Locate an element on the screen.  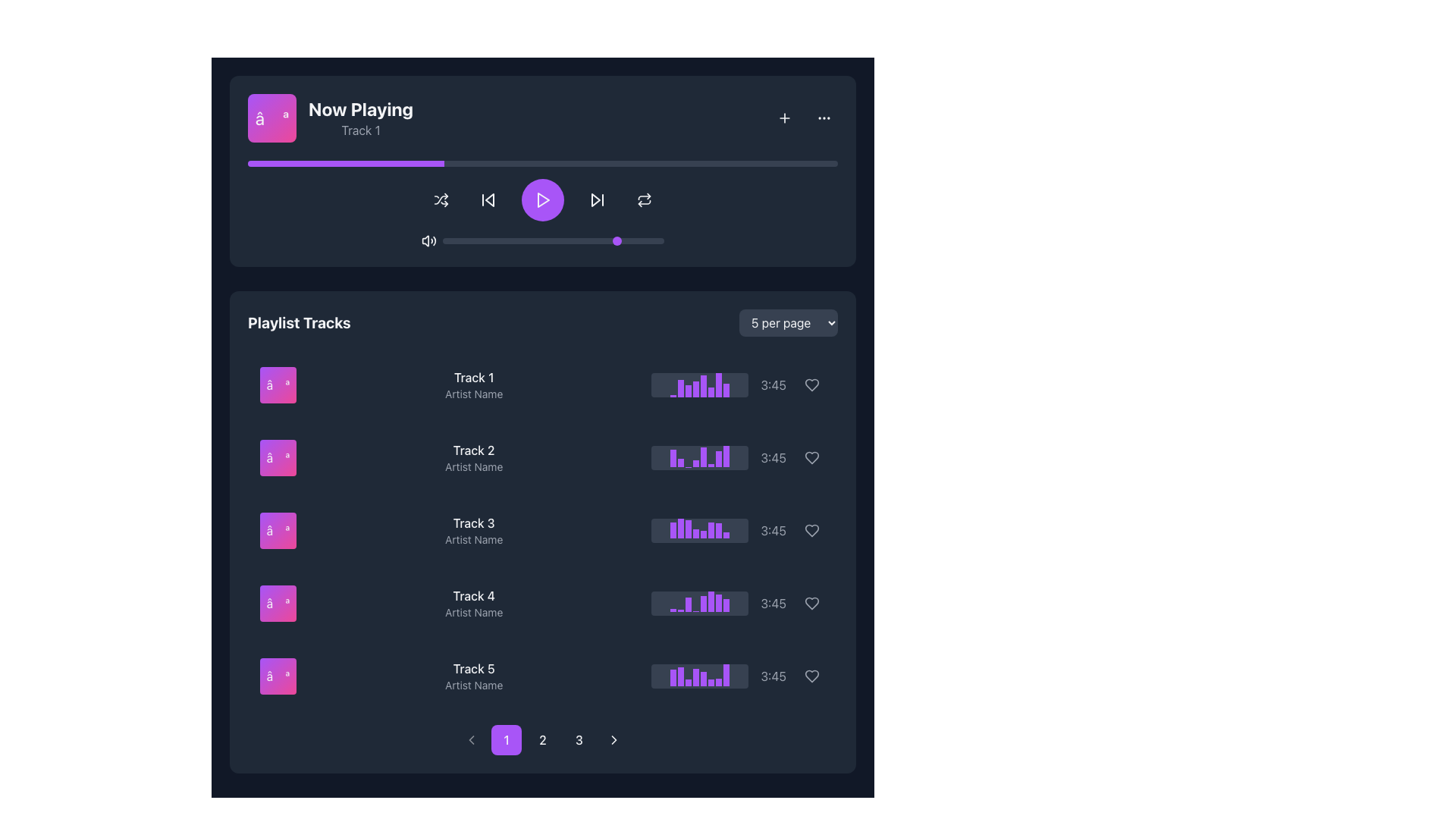
the circular purple play button with a white triangle icon in the center, located at the center of the control row in the music playback interface to play or pause playback is located at coordinates (542, 199).